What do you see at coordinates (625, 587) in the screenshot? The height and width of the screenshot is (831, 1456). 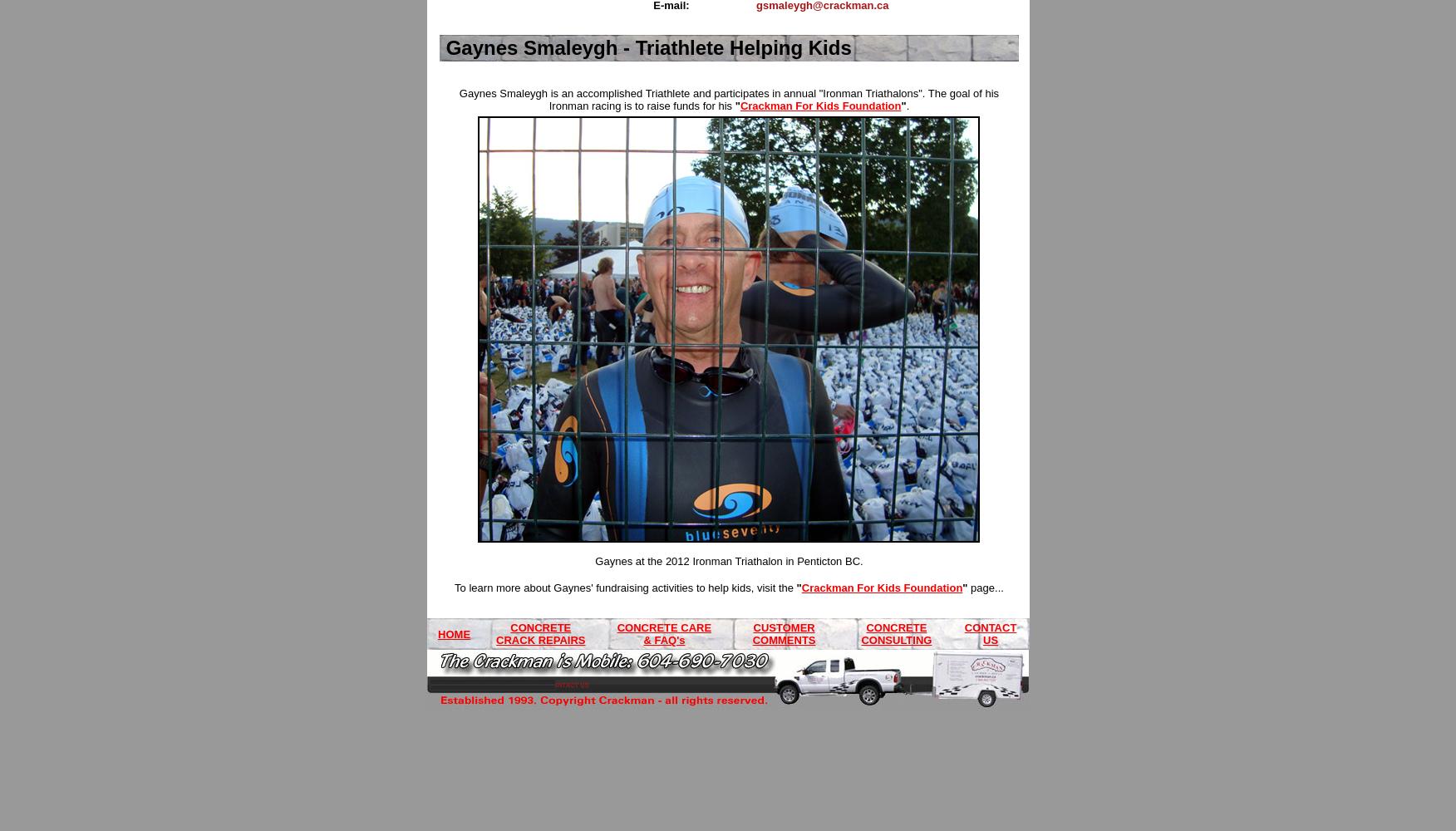 I see `'To learn more about Gaynes' fundraising activities to help kids, 
                visit the'` at bounding box center [625, 587].